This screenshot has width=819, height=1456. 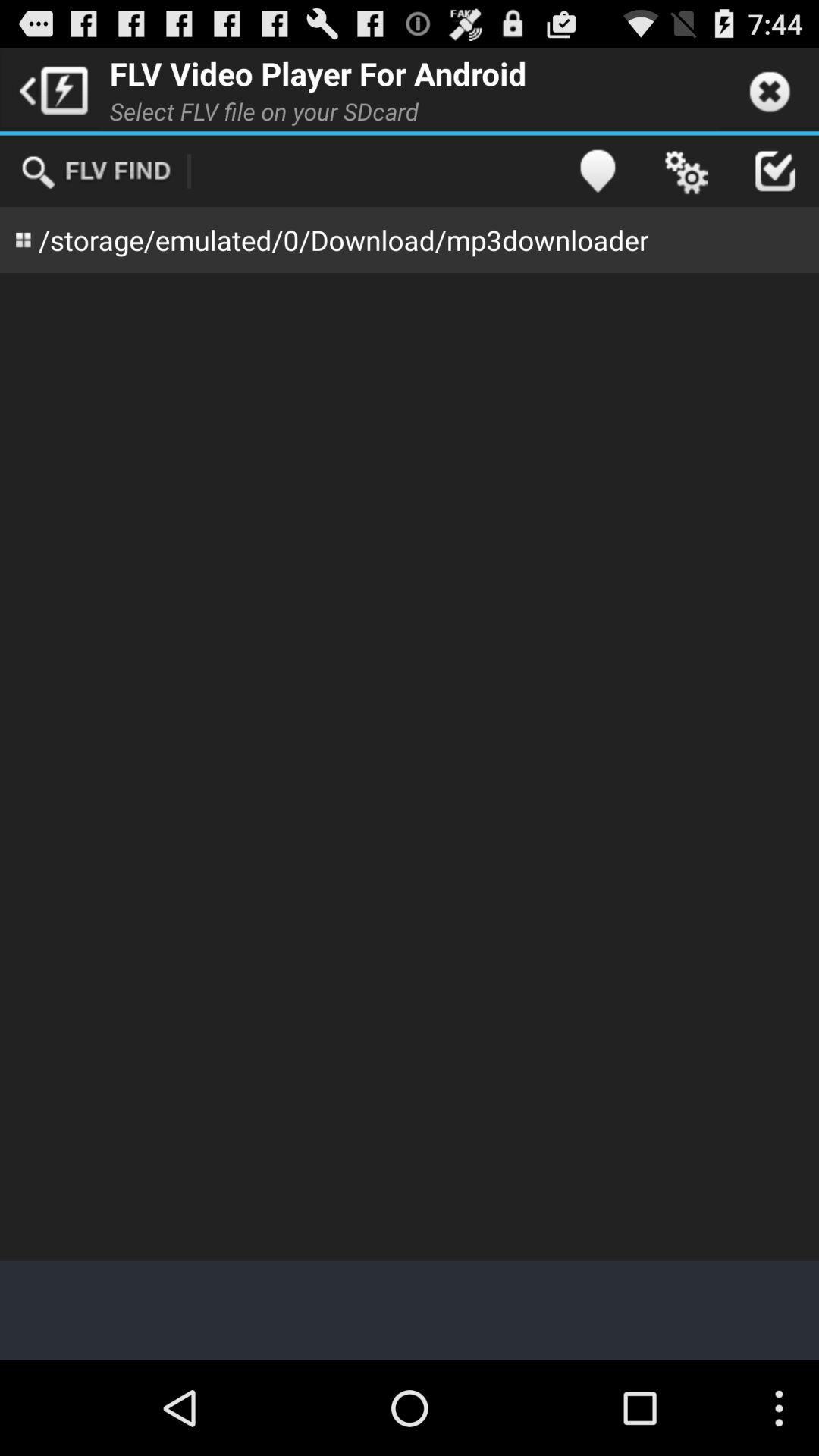 What do you see at coordinates (409, 767) in the screenshot?
I see `app below the storage emulated 0 app` at bounding box center [409, 767].